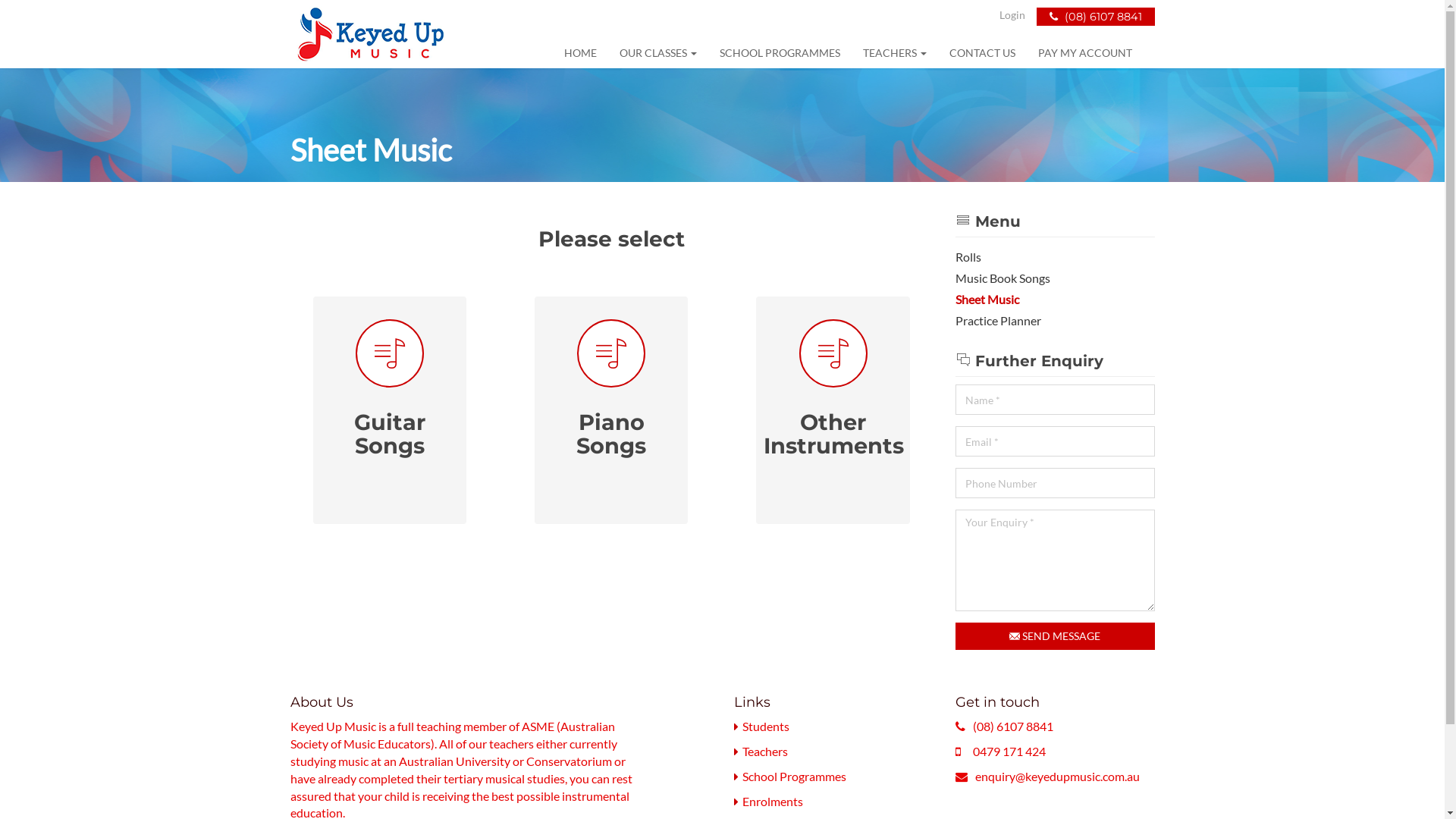  I want to click on 'SCHOOL PROGRAMMES', so click(780, 52).